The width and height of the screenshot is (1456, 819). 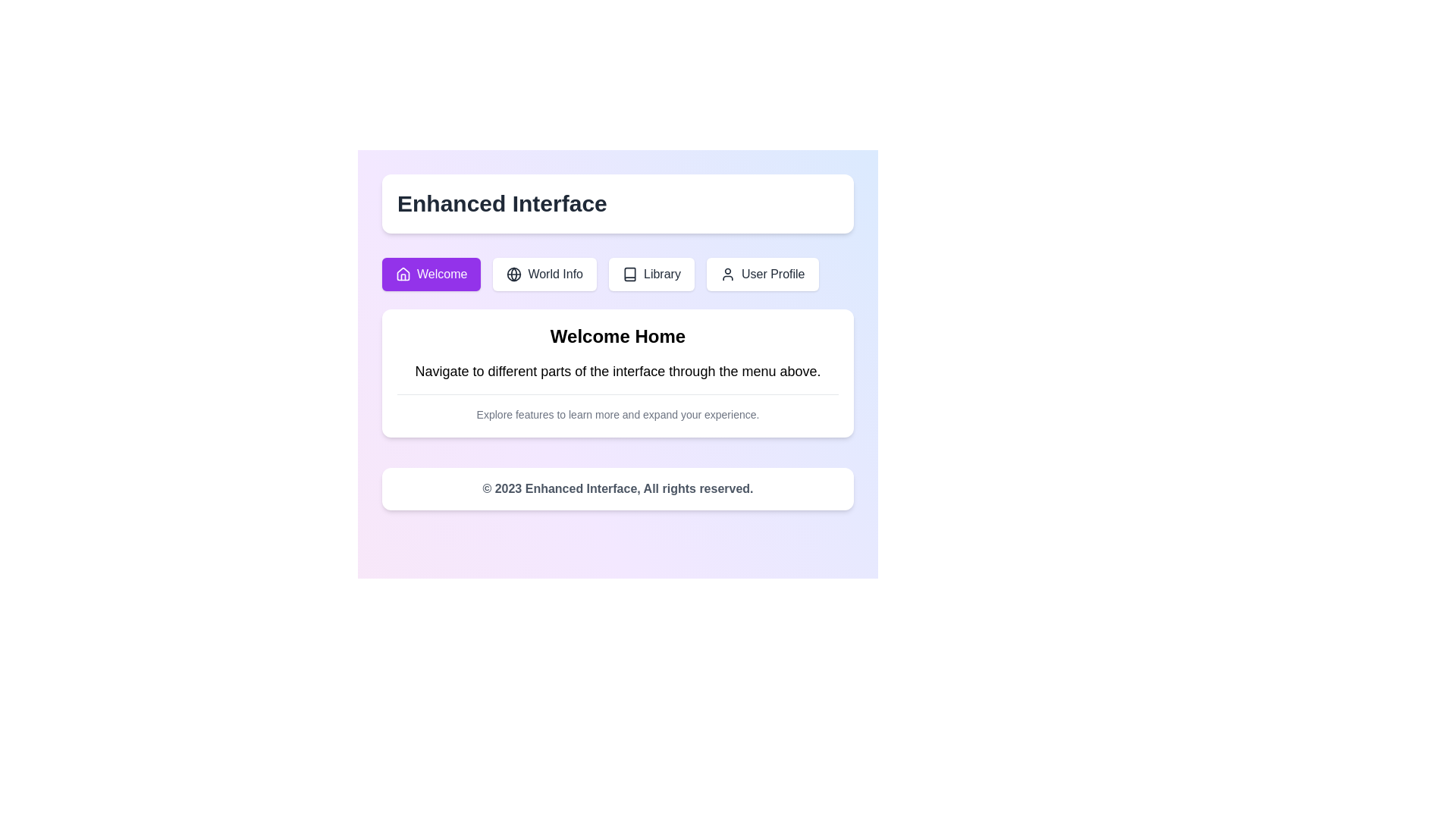 I want to click on the circular graphic representing the World Info section of the top navigation menu, so click(x=514, y=274).